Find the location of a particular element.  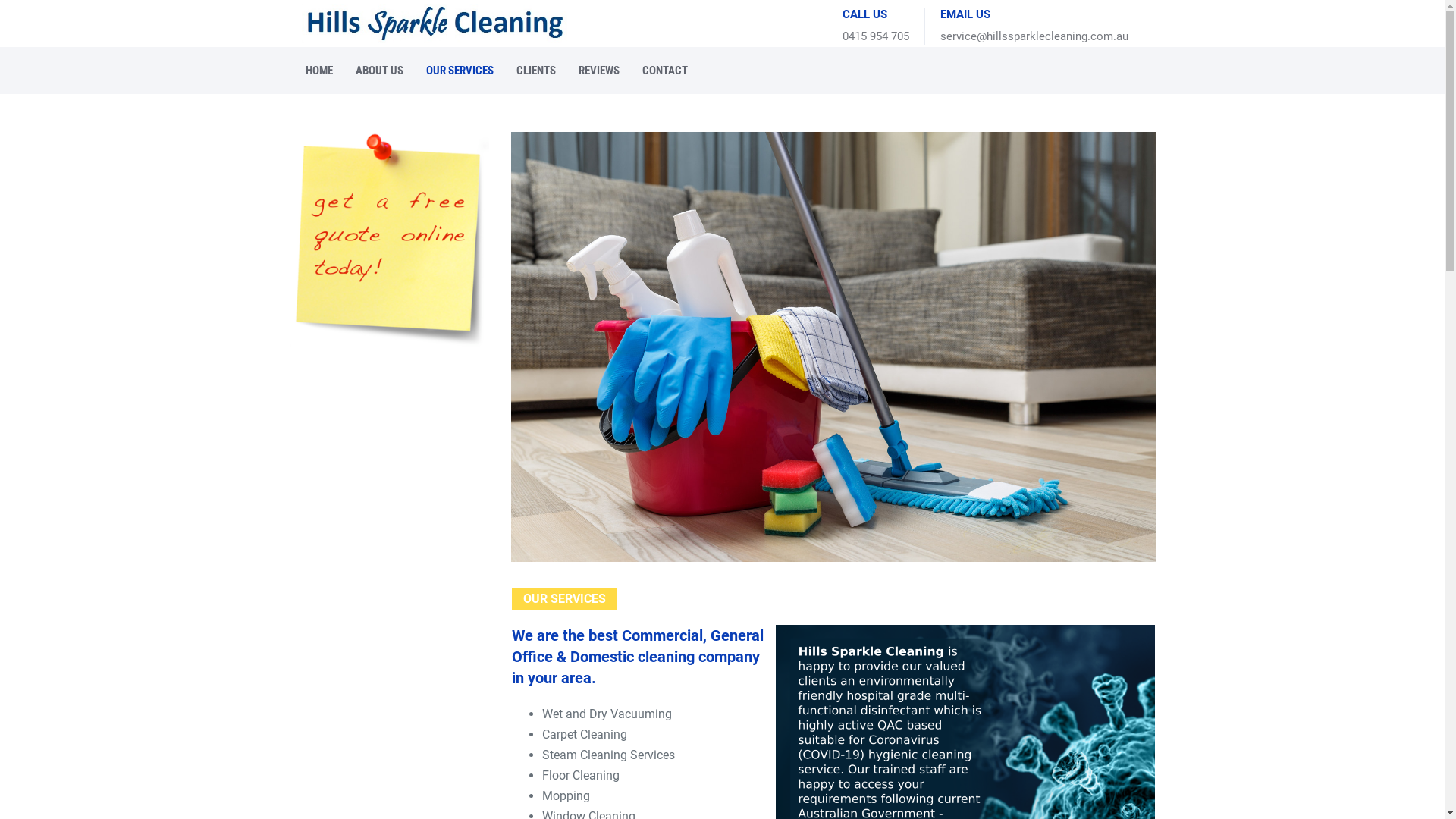

'HOME' is located at coordinates (302, 70).